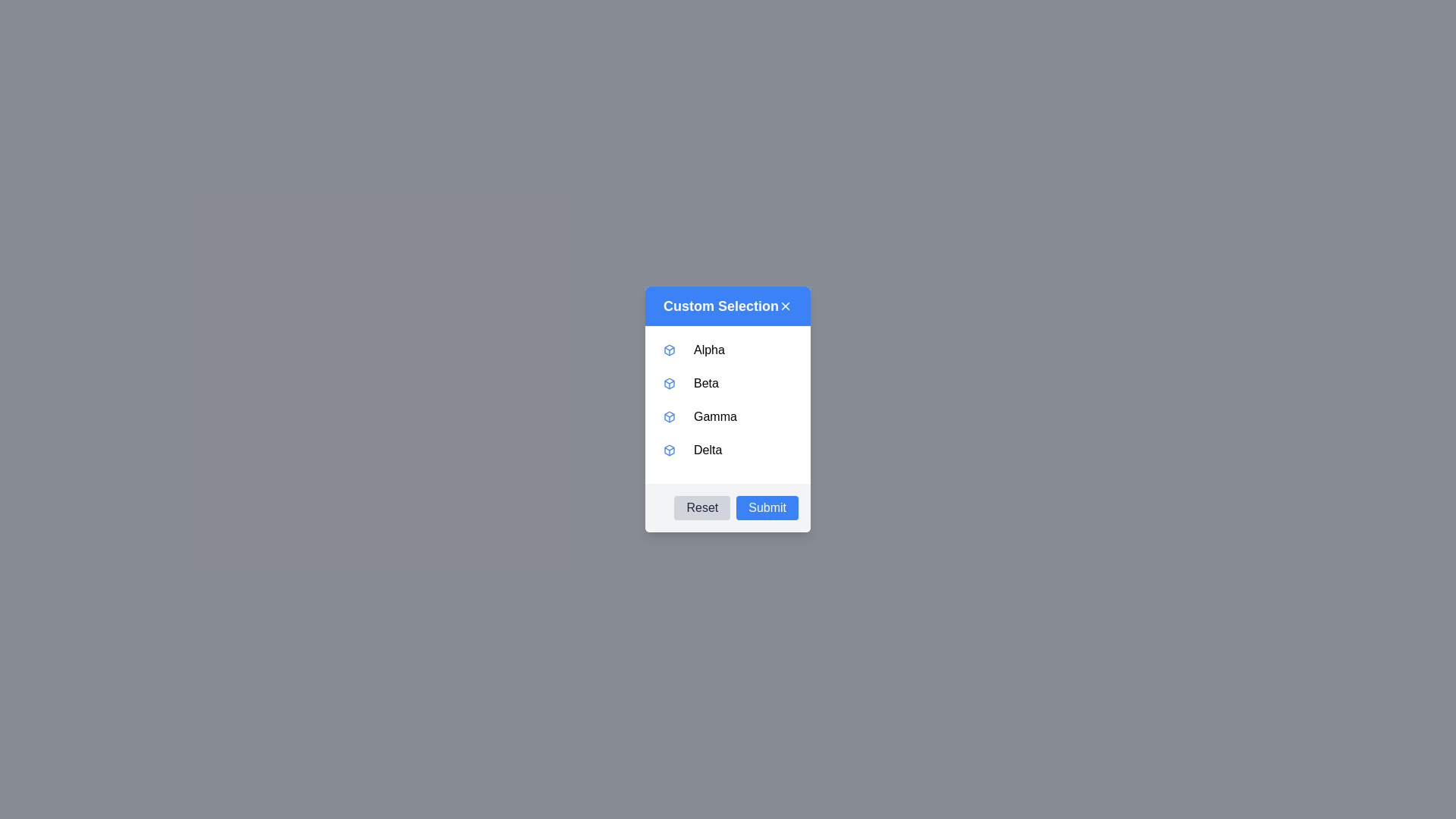  What do you see at coordinates (701, 508) in the screenshot?
I see `the 'Reset' button, which is a rounded rectangular button with medium-dark gray text on a light gray background, located below a selection list and to the left of the 'Submit' button in the footer section of a popup card` at bounding box center [701, 508].